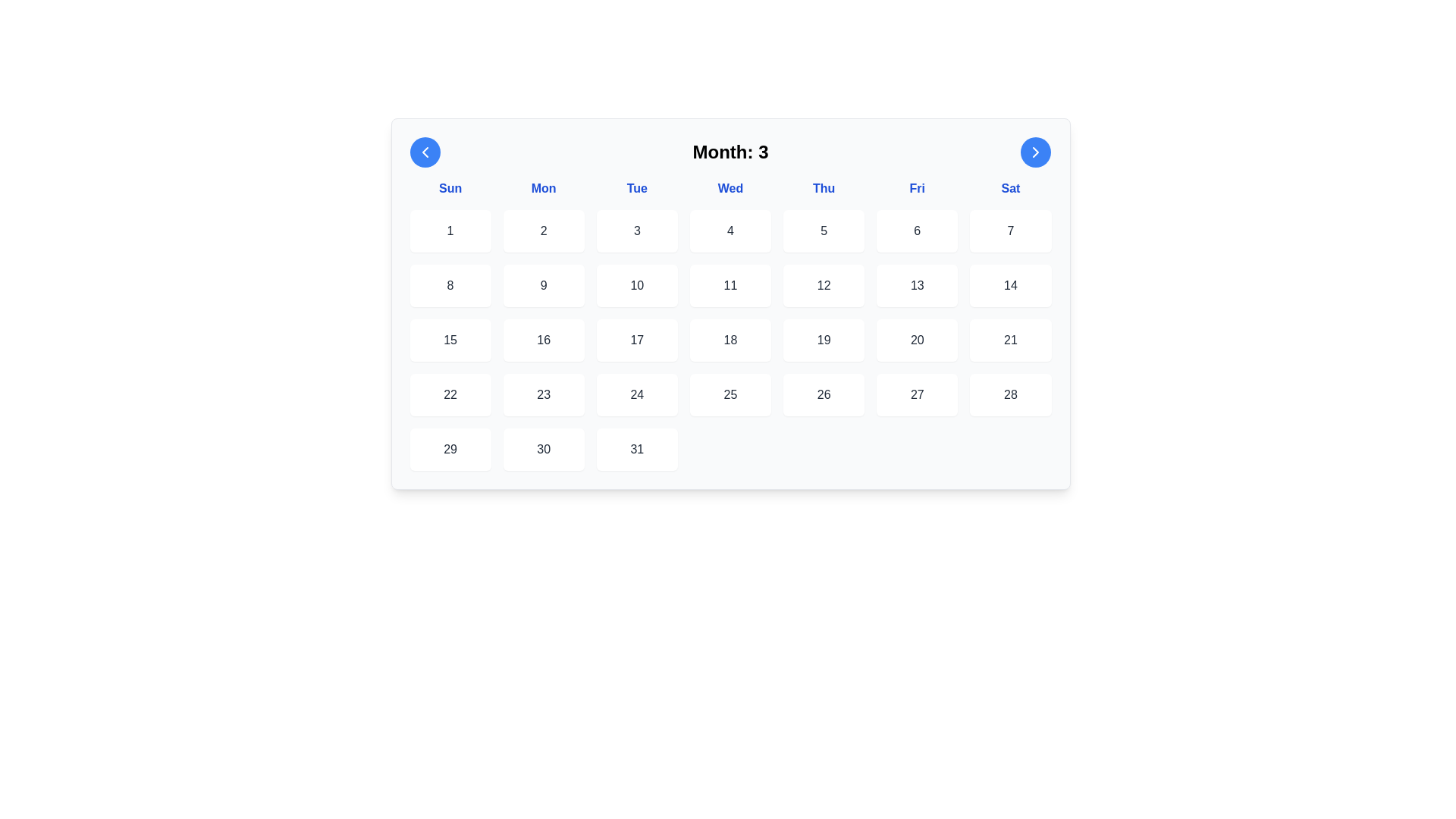 The width and height of the screenshot is (1456, 819). I want to click on the text label displaying 'Tue', which is the third element in a row of weekday names, styled with bold blue text, located at the top of the calendar interface, so click(637, 188).